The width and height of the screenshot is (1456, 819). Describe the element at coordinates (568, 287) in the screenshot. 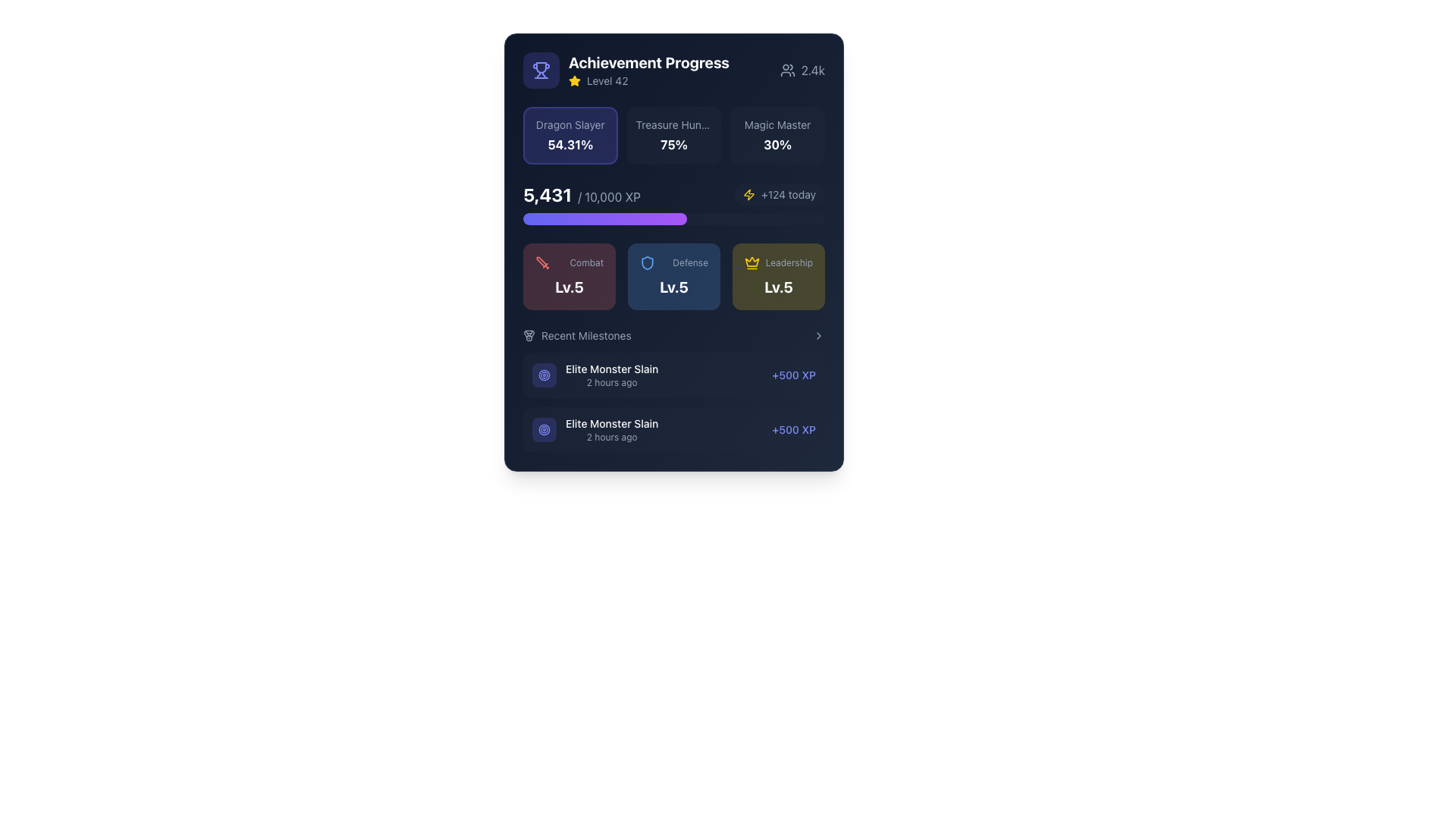

I see `the 'Lv.5' text label` at that location.